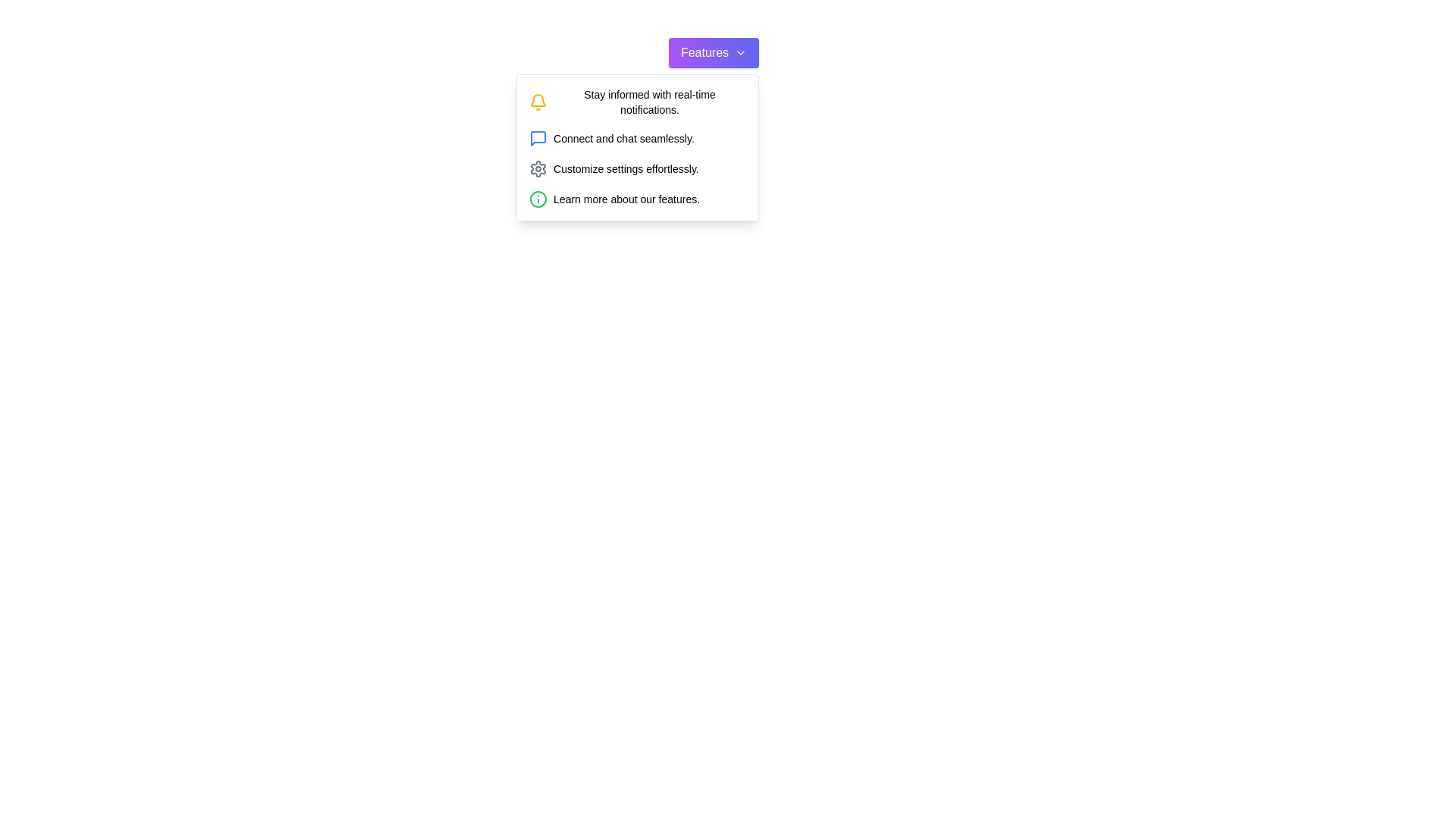  I want to click on the Text with Icon element that features a blue message bubble icon and the text 'Connect and chat seamlessly.' positioned below the first menu item, so click(638, 138).